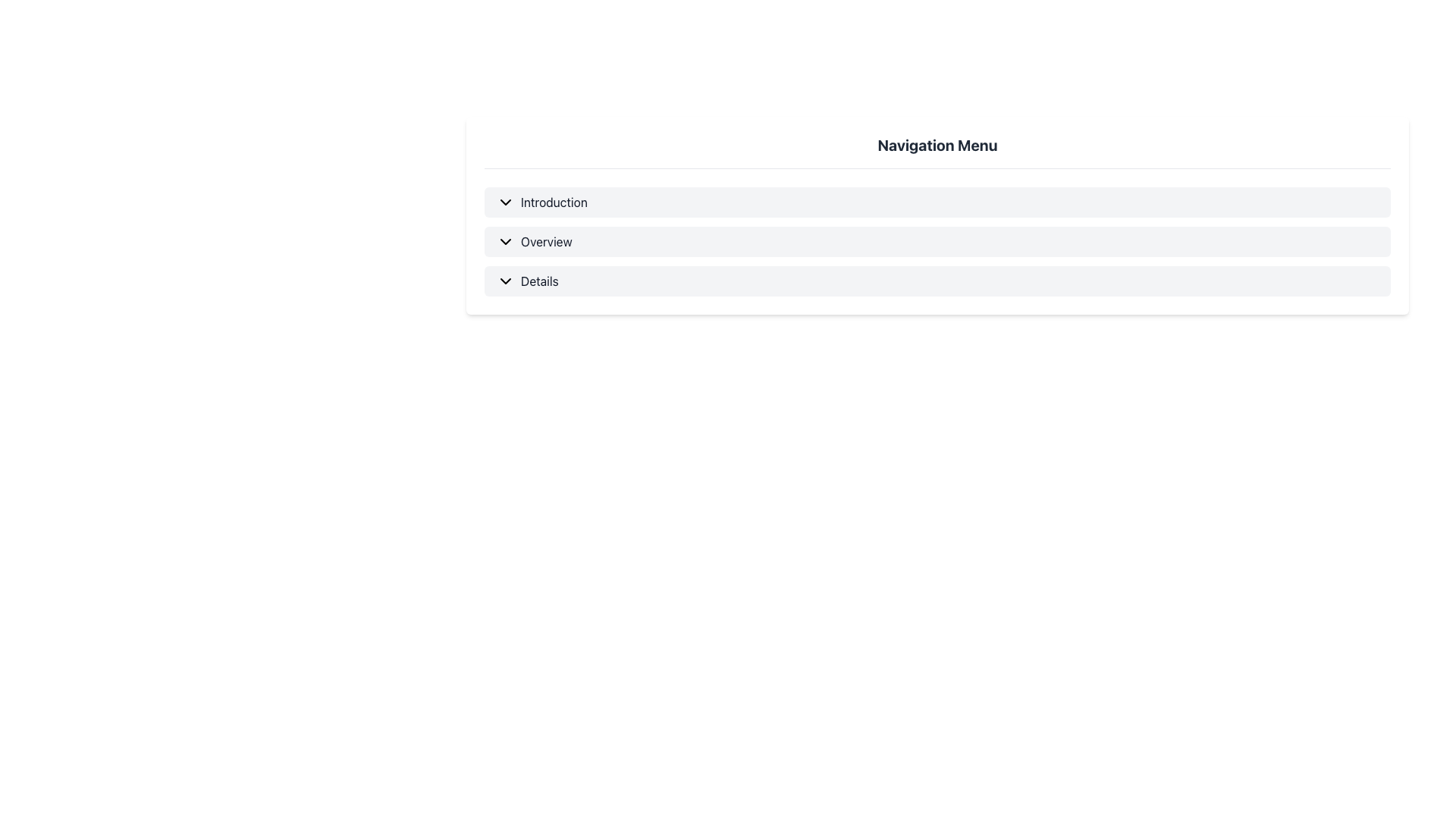 The height and width of the screenshot is (819, 1456). What do you see at coordinates (937, 241) in the screenshot?
I see `the collapsible menu item labeled 'Overview'` at bounding box center [937, 241].